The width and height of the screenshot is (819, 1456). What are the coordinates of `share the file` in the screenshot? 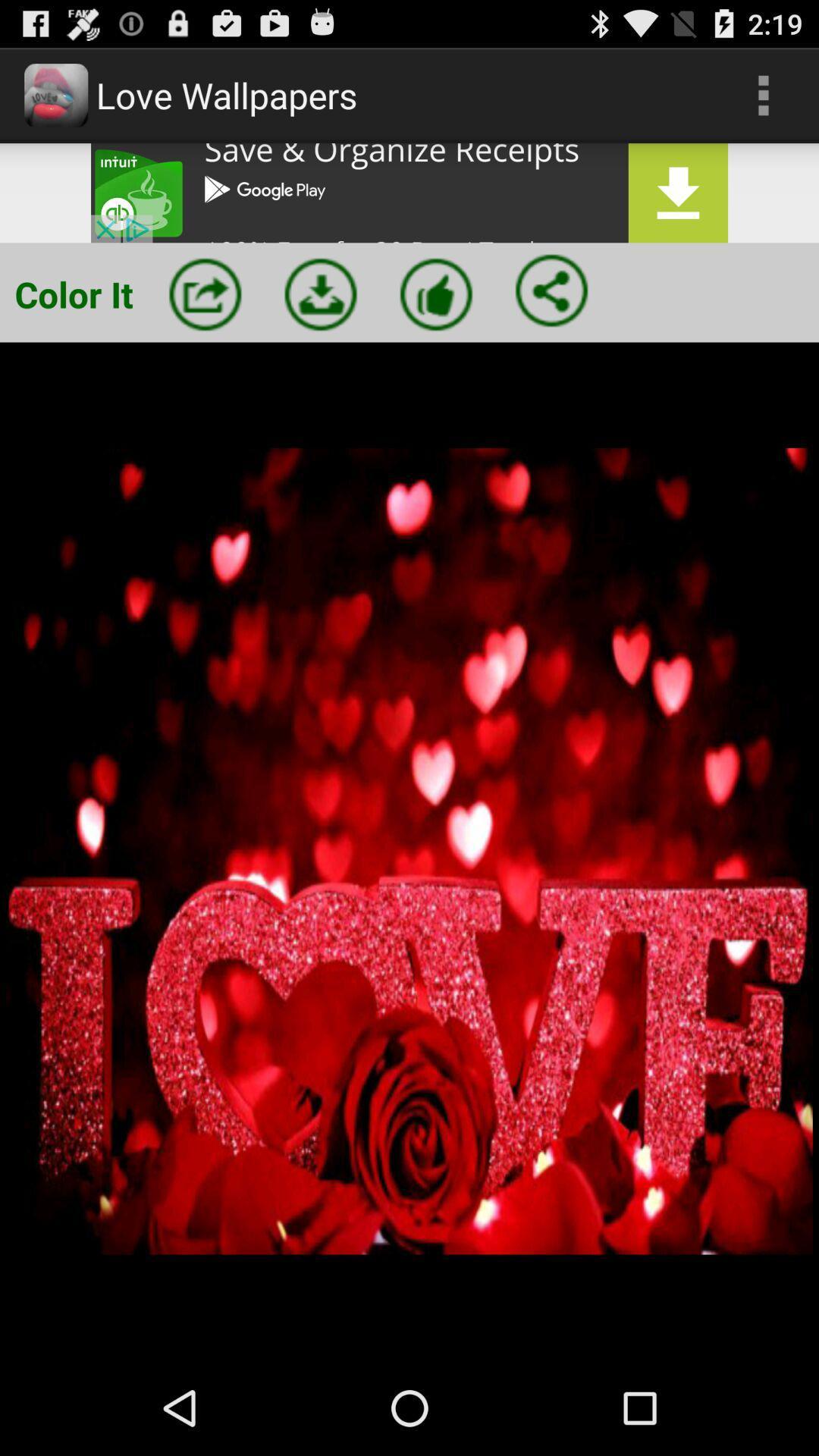 It's located at (551, 290).